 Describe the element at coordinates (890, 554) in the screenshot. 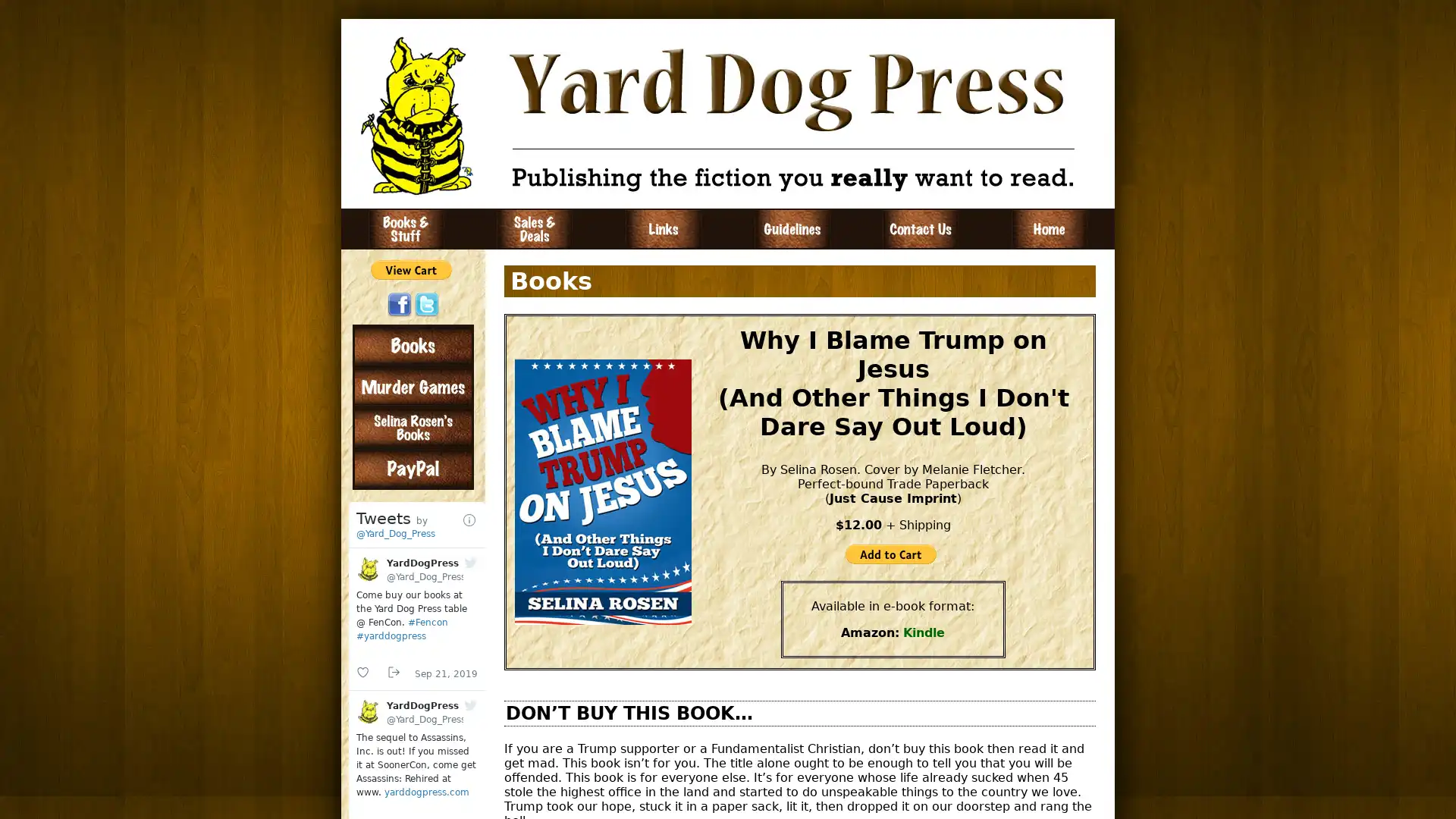

I see `PayPal - The safer, easier way to pay online!` at that location.